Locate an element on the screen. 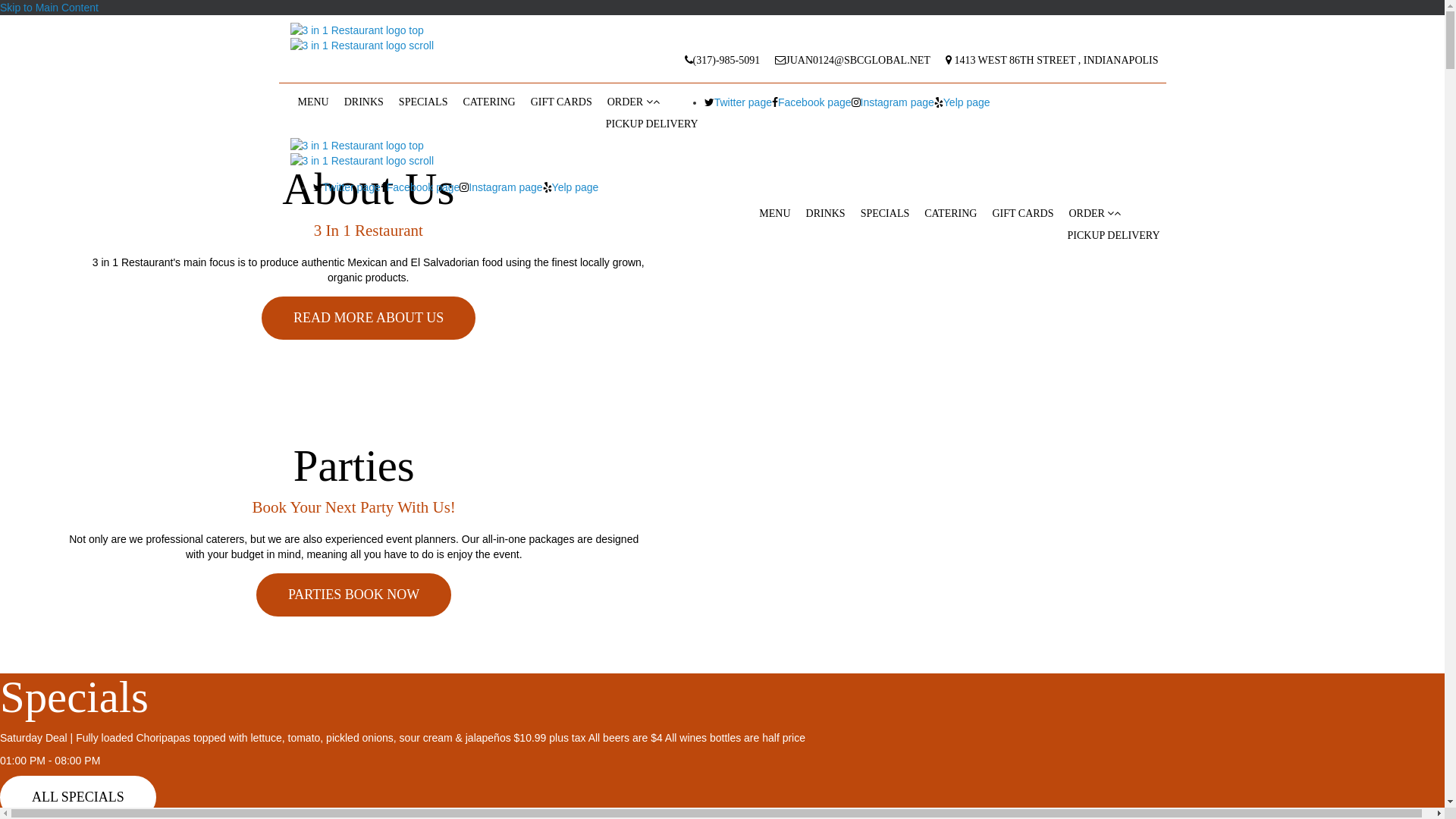  'Skip to Main Content' is located at coordinates (49, 8).